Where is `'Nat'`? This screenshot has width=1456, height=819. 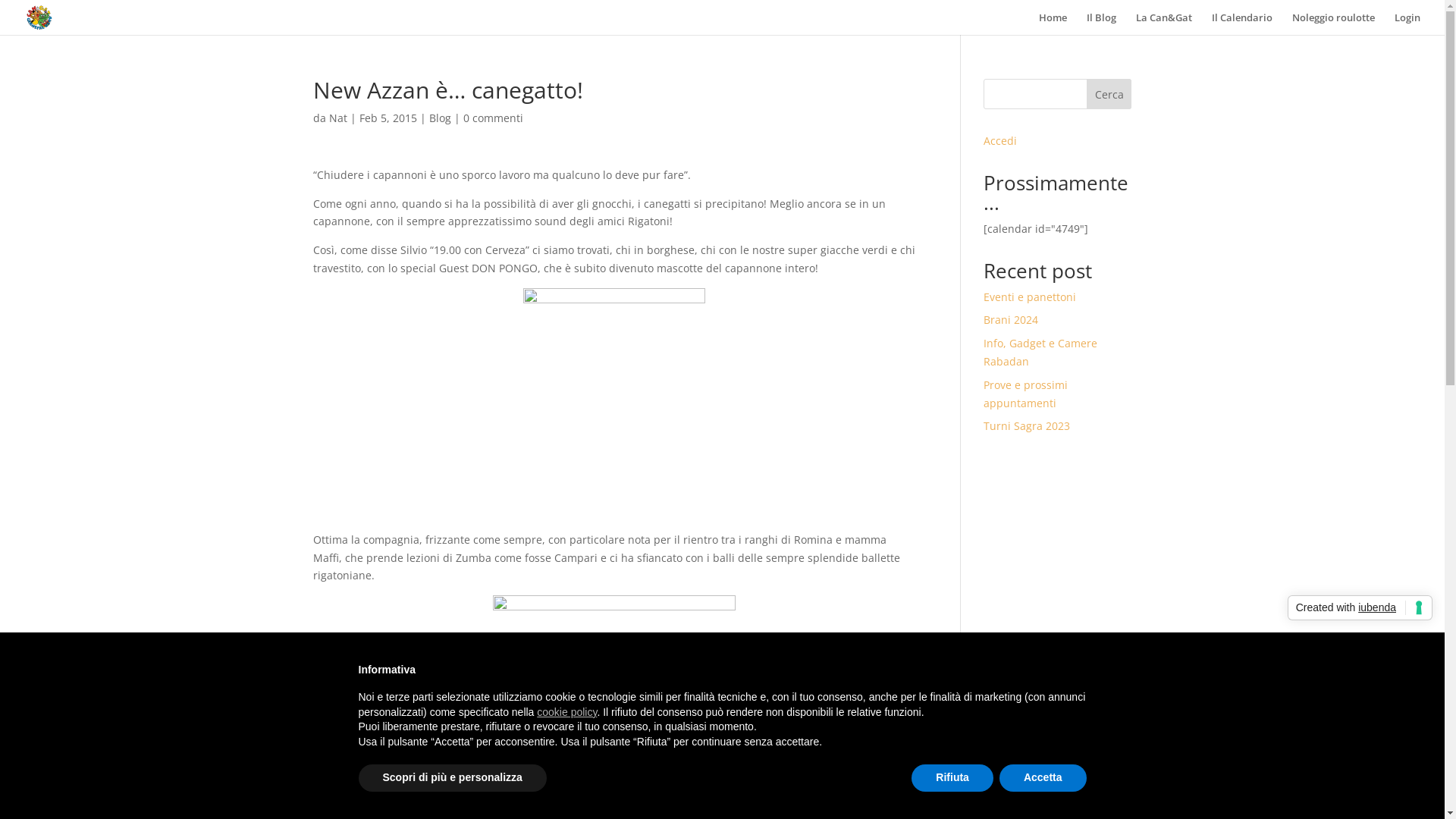
'Nat' is located at coordinates (328, 117).